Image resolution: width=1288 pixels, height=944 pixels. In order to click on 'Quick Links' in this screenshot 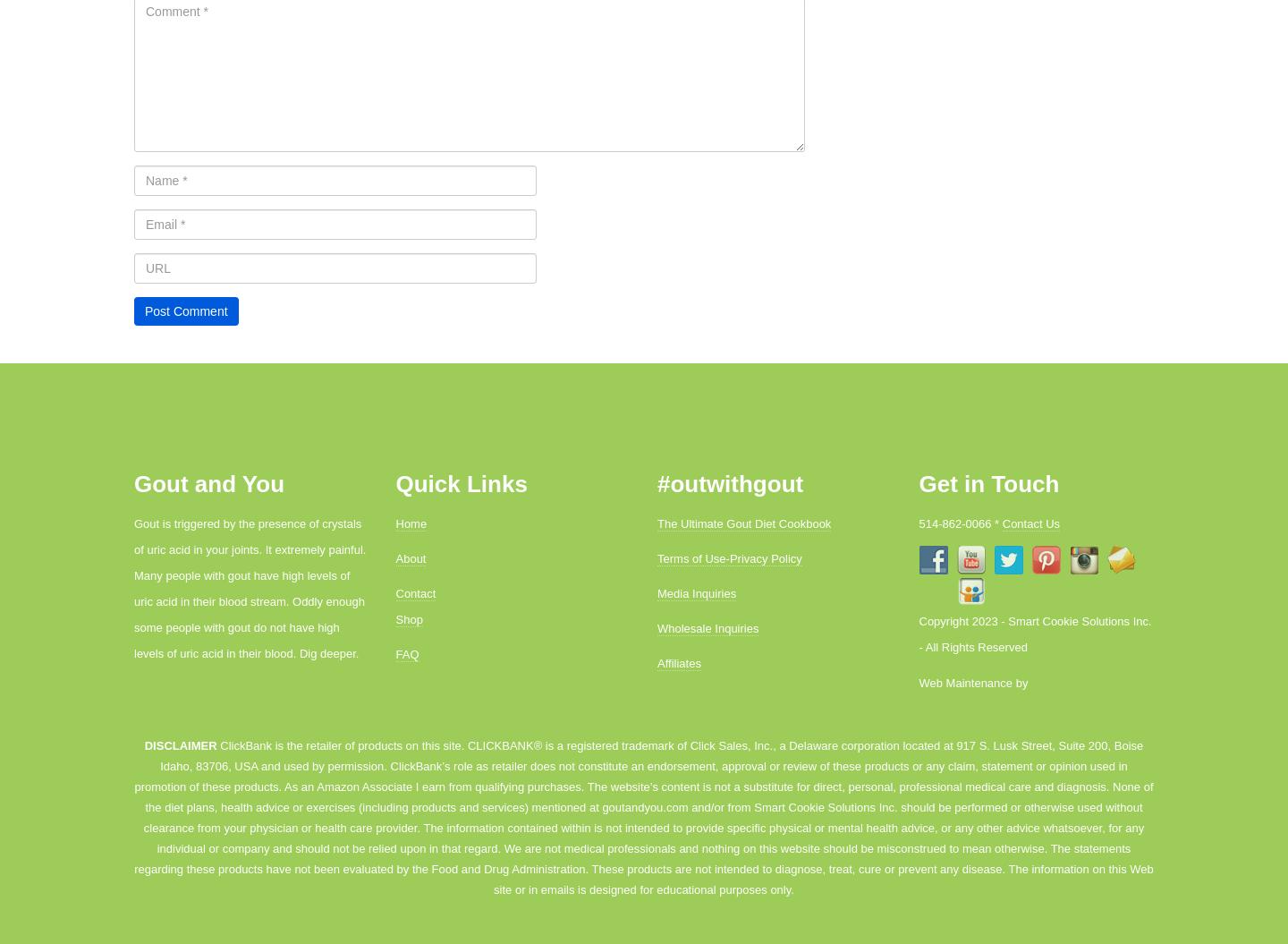, I will do `click(460, 483)`.